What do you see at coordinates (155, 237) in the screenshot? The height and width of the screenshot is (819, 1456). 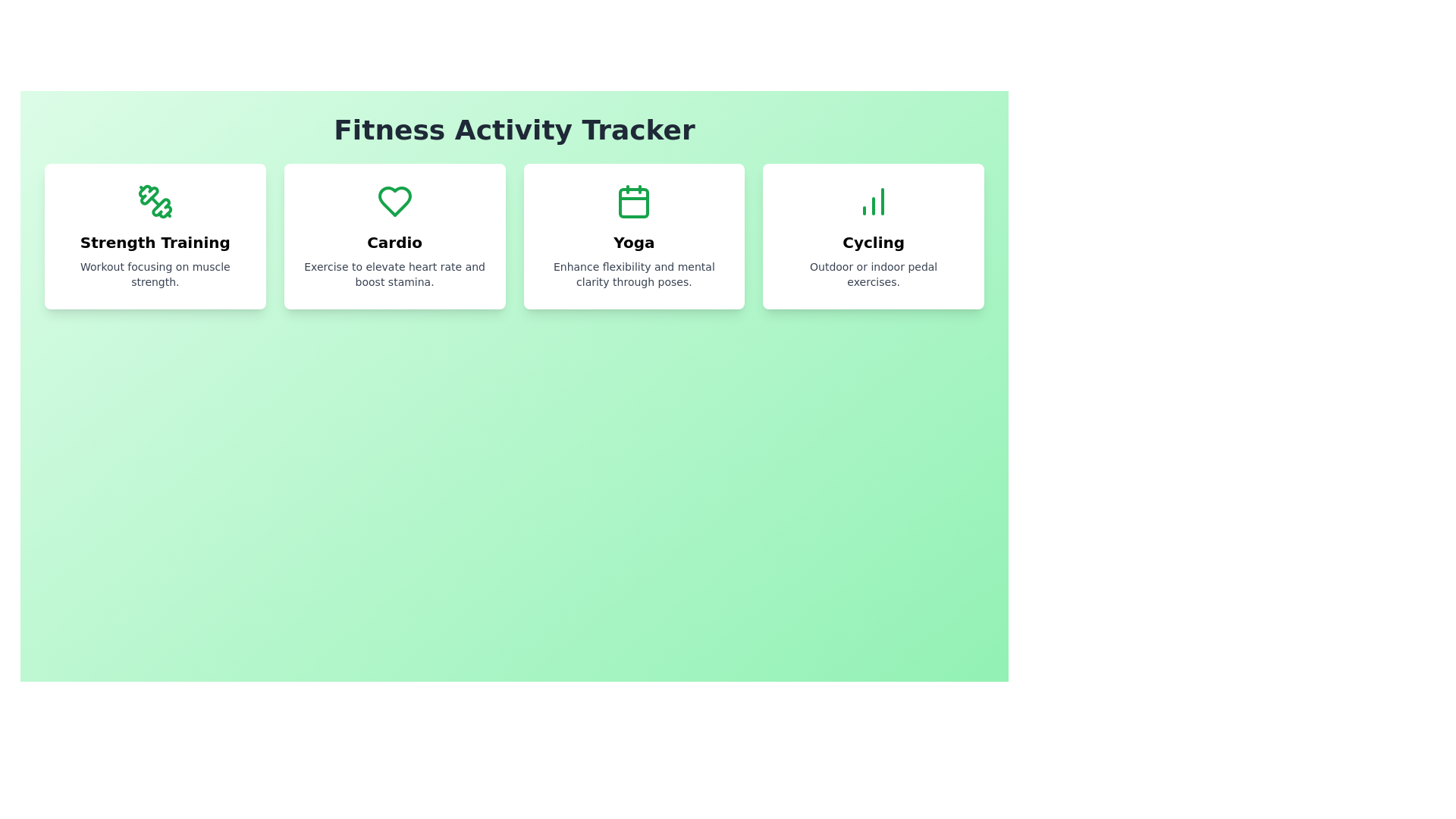 I see `the 'Strength Training' clickable card located in the top-left corner of the grid layout` at bounding box center [155, 237].